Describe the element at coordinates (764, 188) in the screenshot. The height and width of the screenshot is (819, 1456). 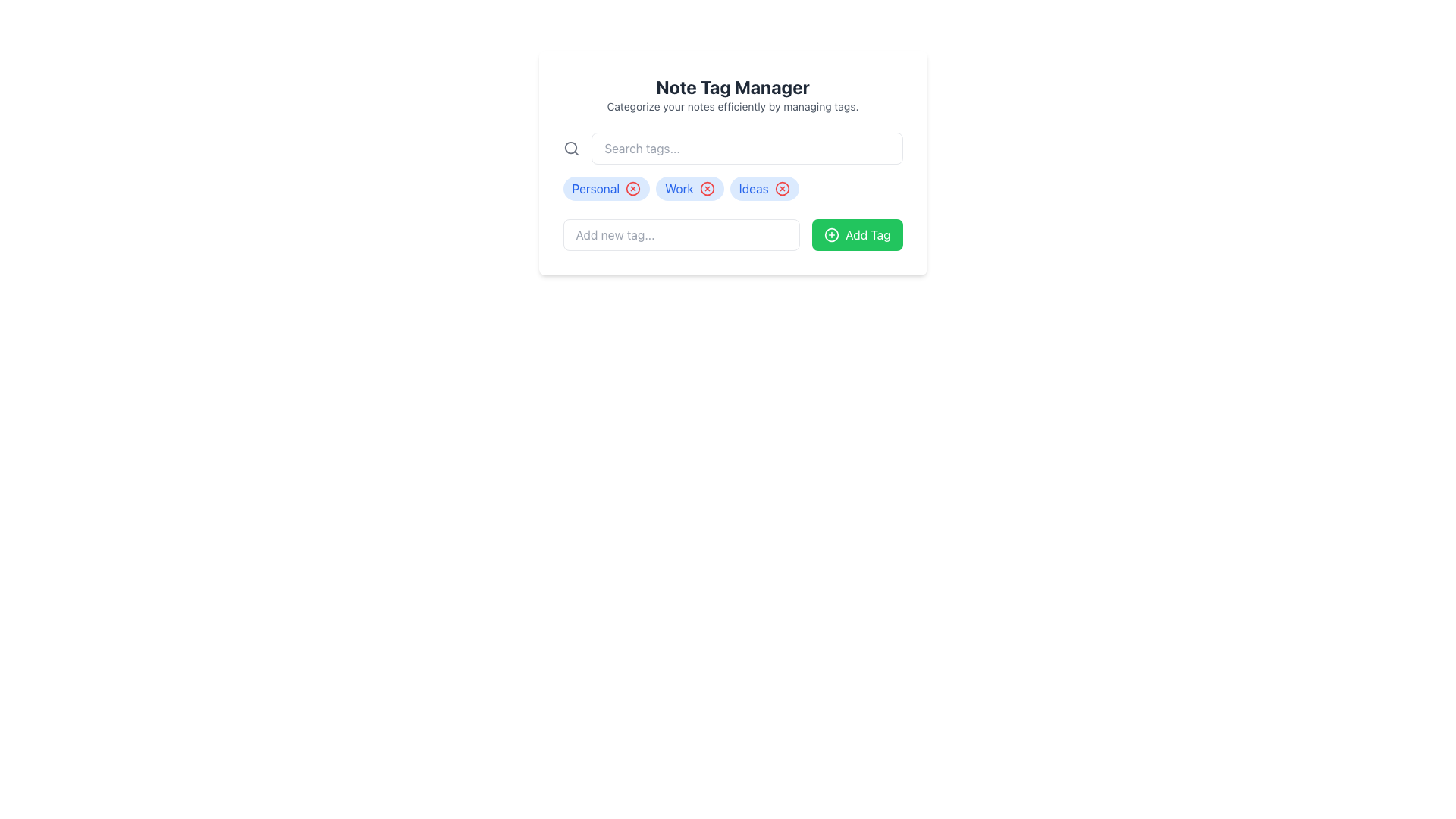
I see `the 'Ideas' category tag in the Note Tag Manager interface` at that location.